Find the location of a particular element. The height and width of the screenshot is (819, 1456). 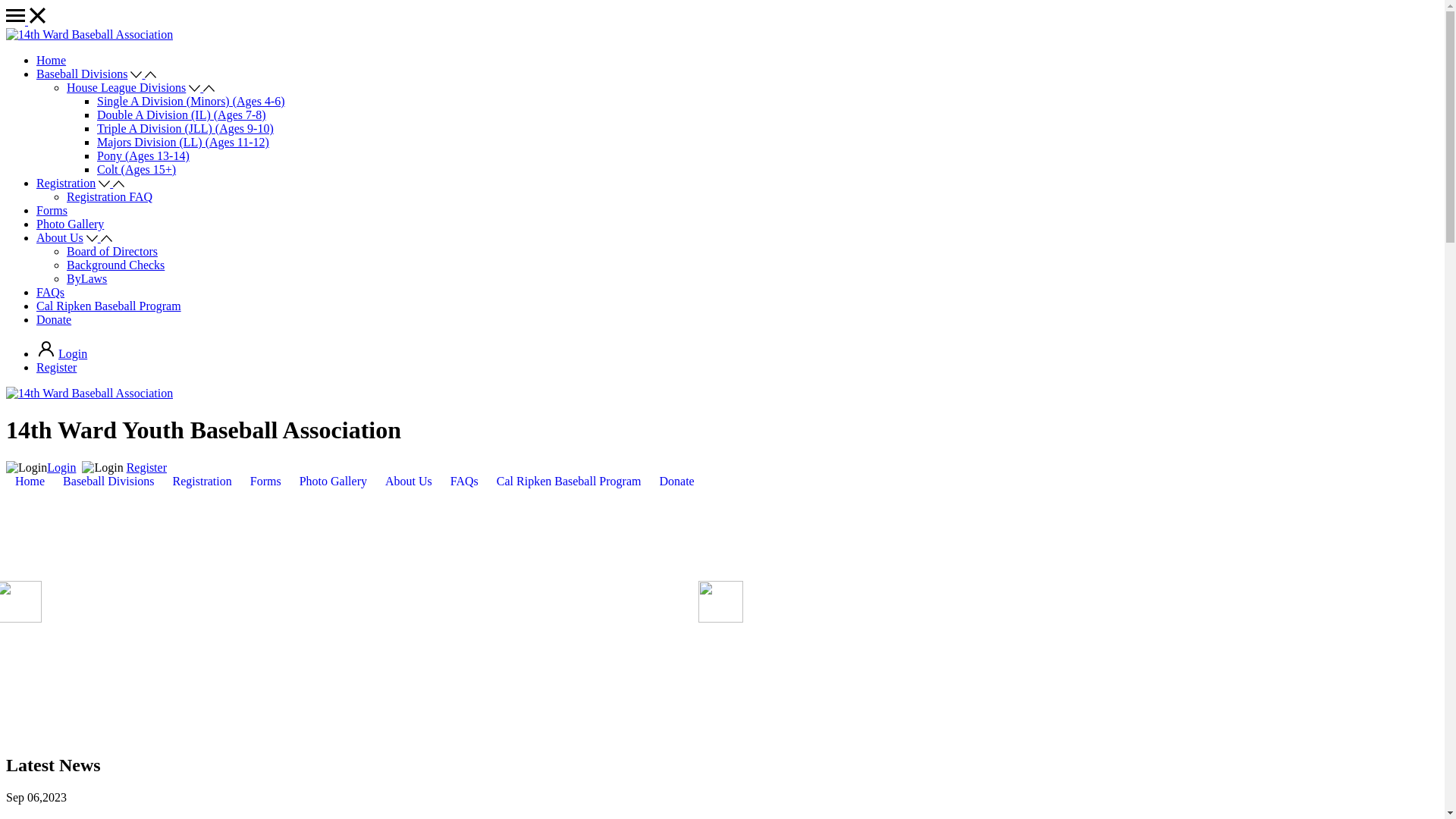

'Background Checks' is located at coordinates (65, 264).